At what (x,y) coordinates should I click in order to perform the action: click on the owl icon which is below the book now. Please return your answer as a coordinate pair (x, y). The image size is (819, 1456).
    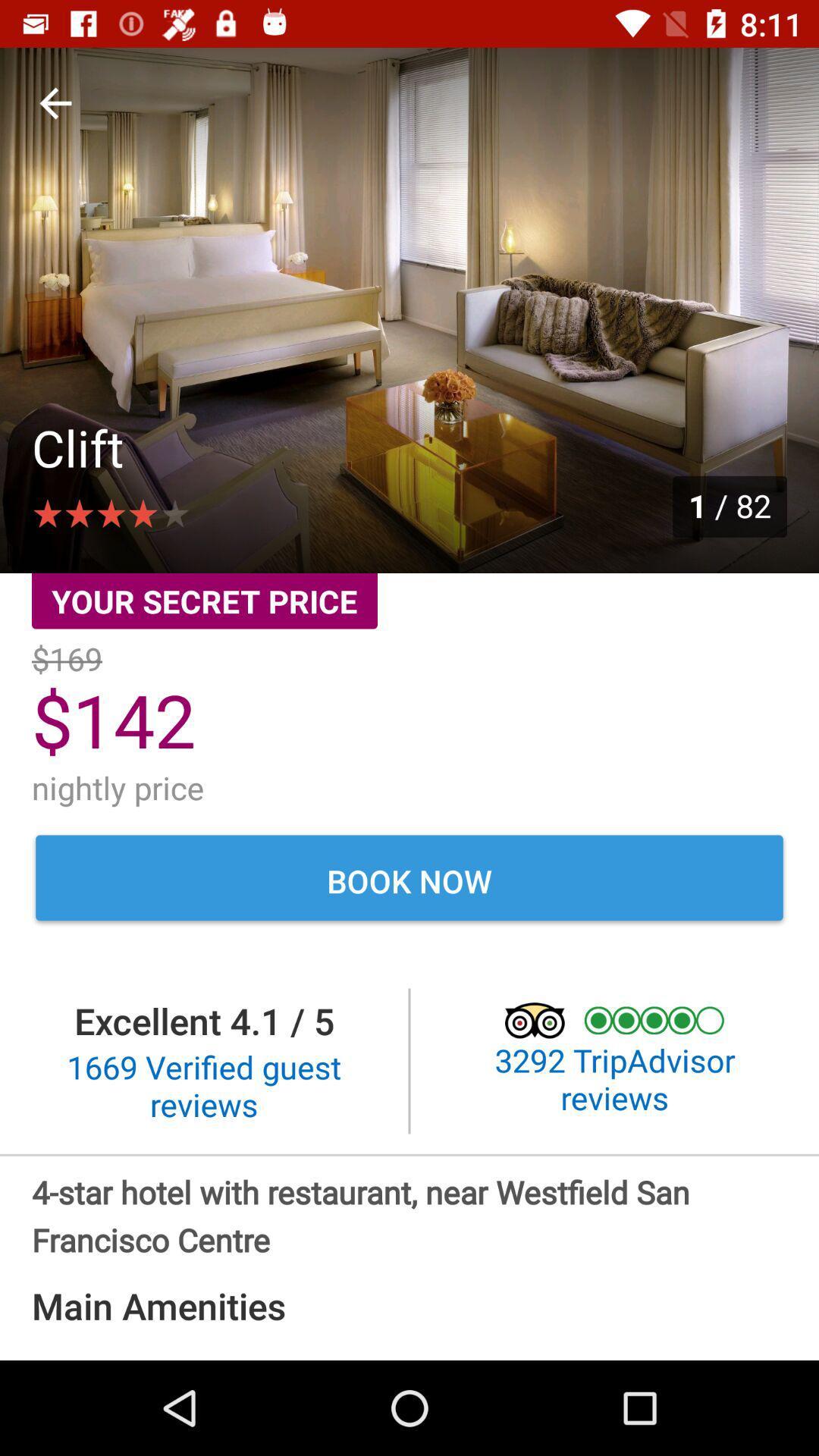
    Looking at the image, I should click on (544, 1020).